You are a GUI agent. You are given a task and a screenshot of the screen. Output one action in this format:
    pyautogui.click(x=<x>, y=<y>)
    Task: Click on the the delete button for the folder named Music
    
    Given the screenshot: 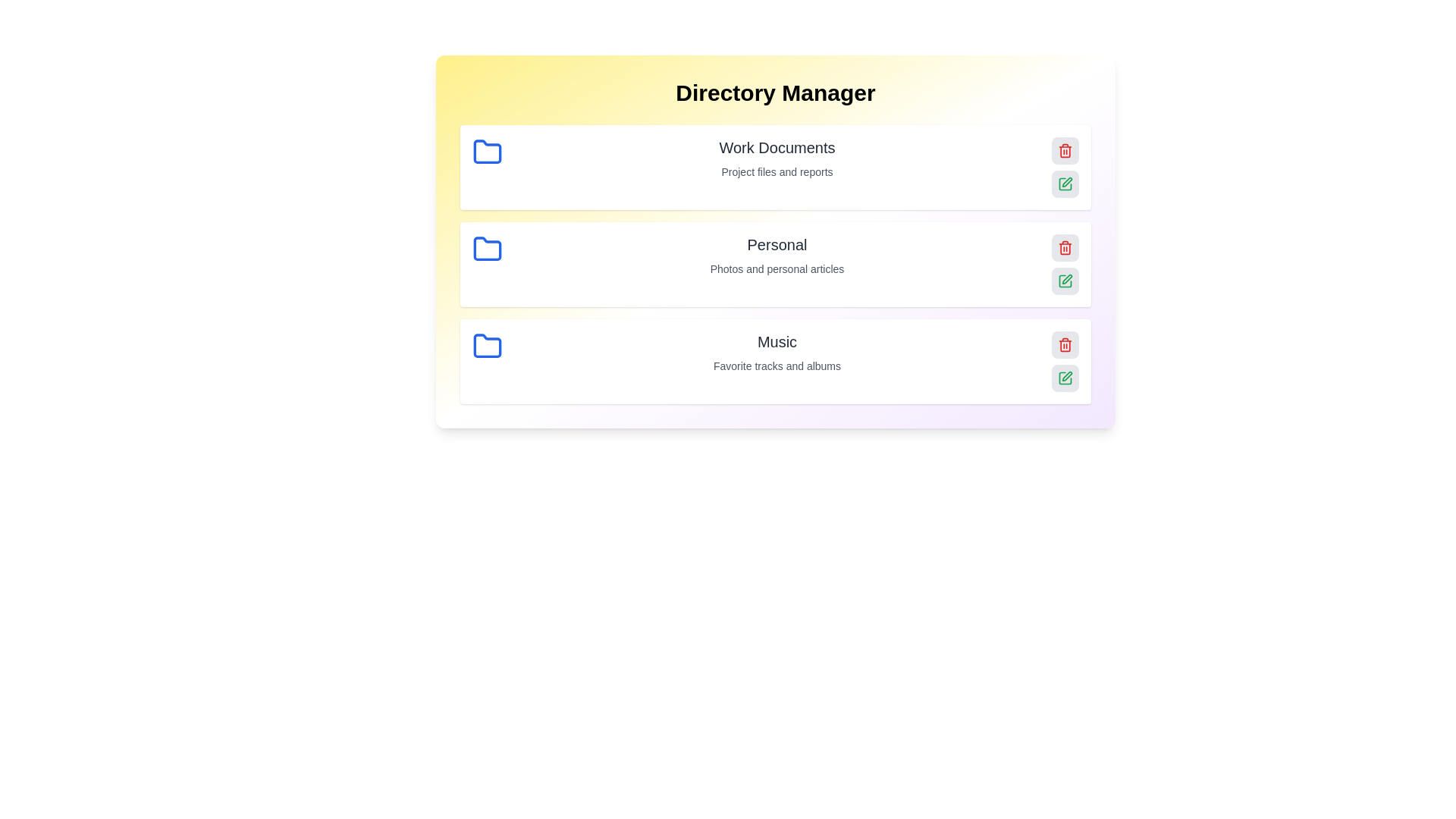 What is the action you would take?
    pyautogui.click(x=1065, y=345)
    